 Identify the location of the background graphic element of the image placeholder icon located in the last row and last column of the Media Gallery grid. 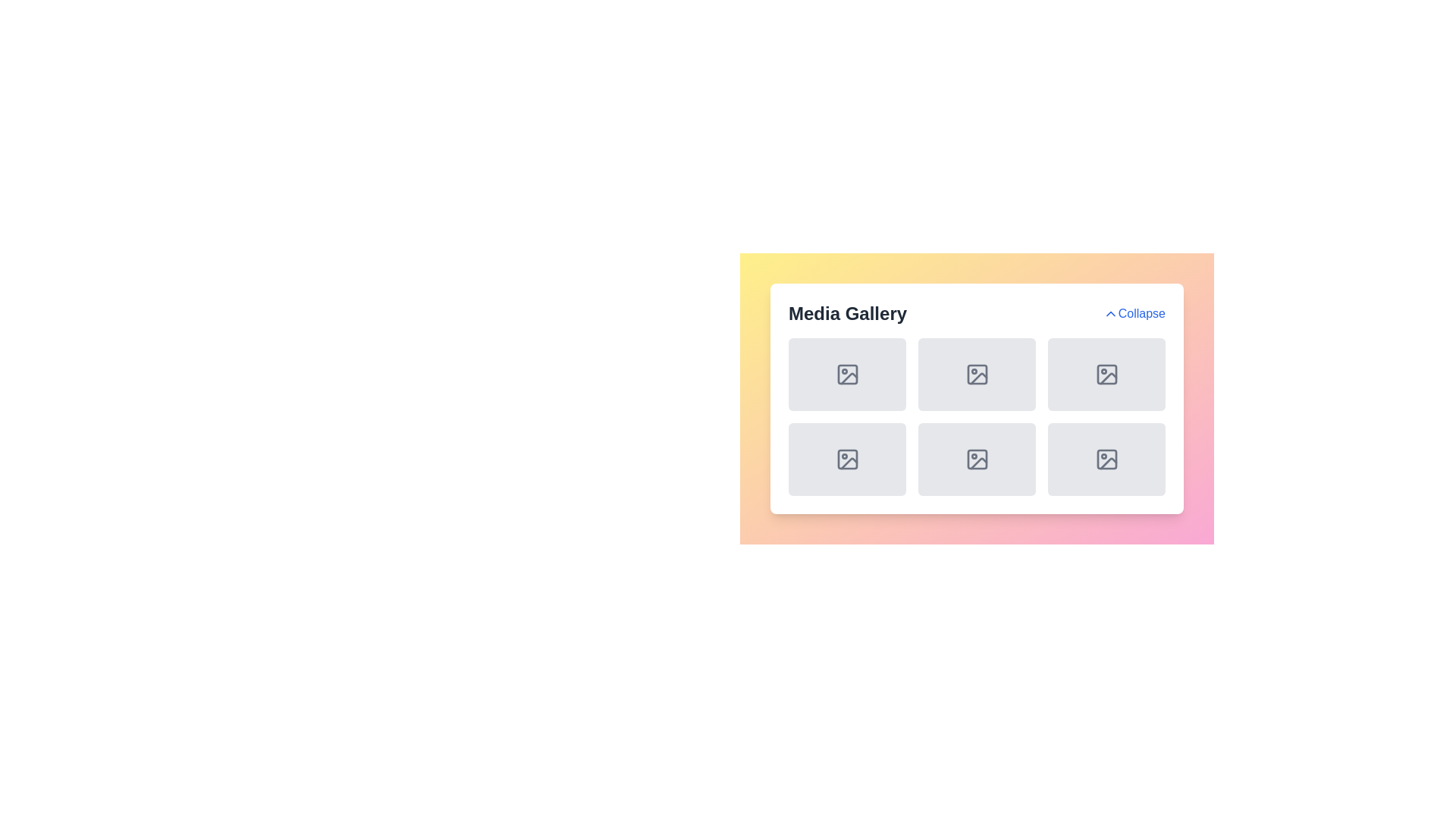
(1106, 458).